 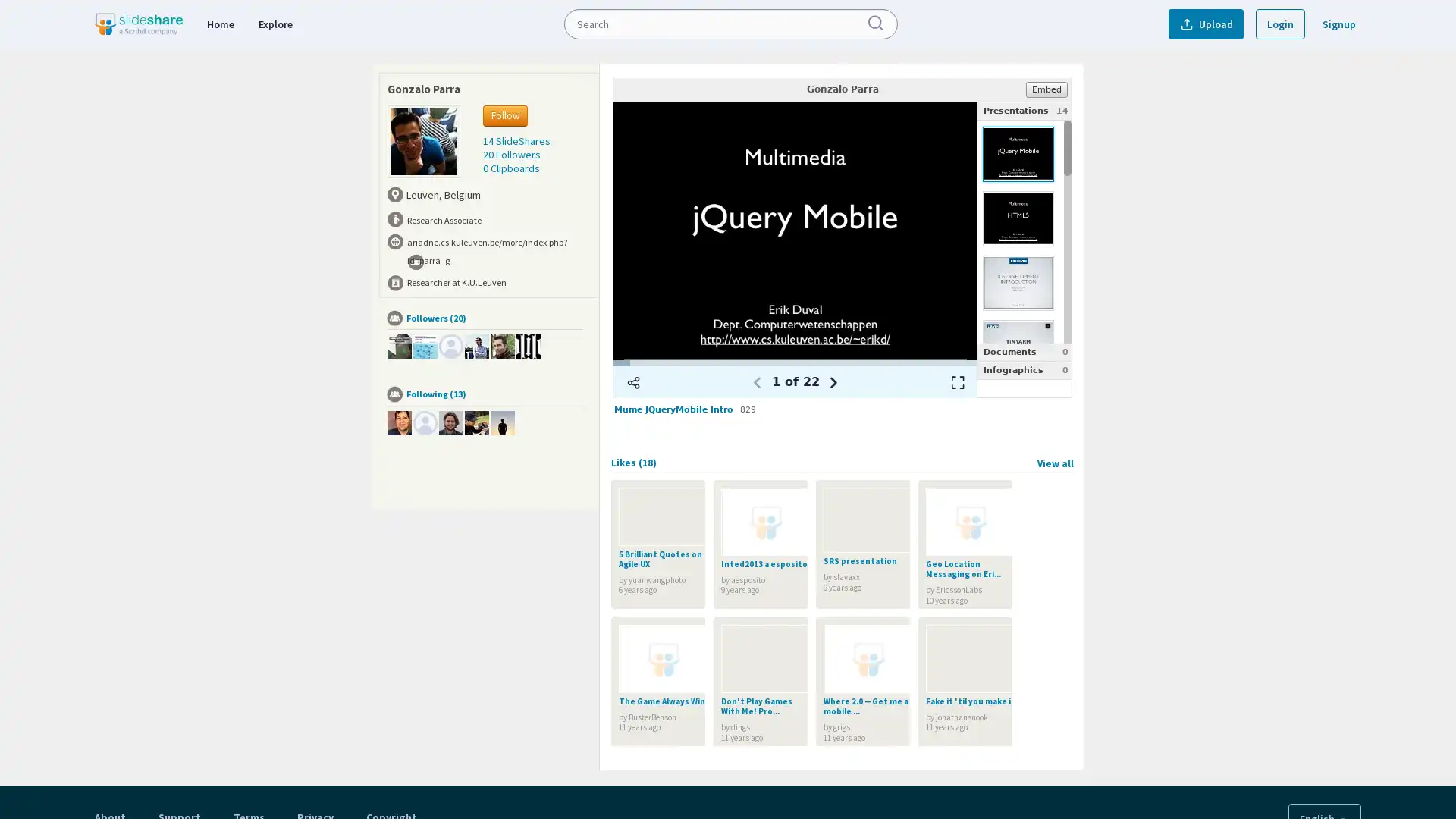 I want to click on Submit Search, so click(x=874, y=23).